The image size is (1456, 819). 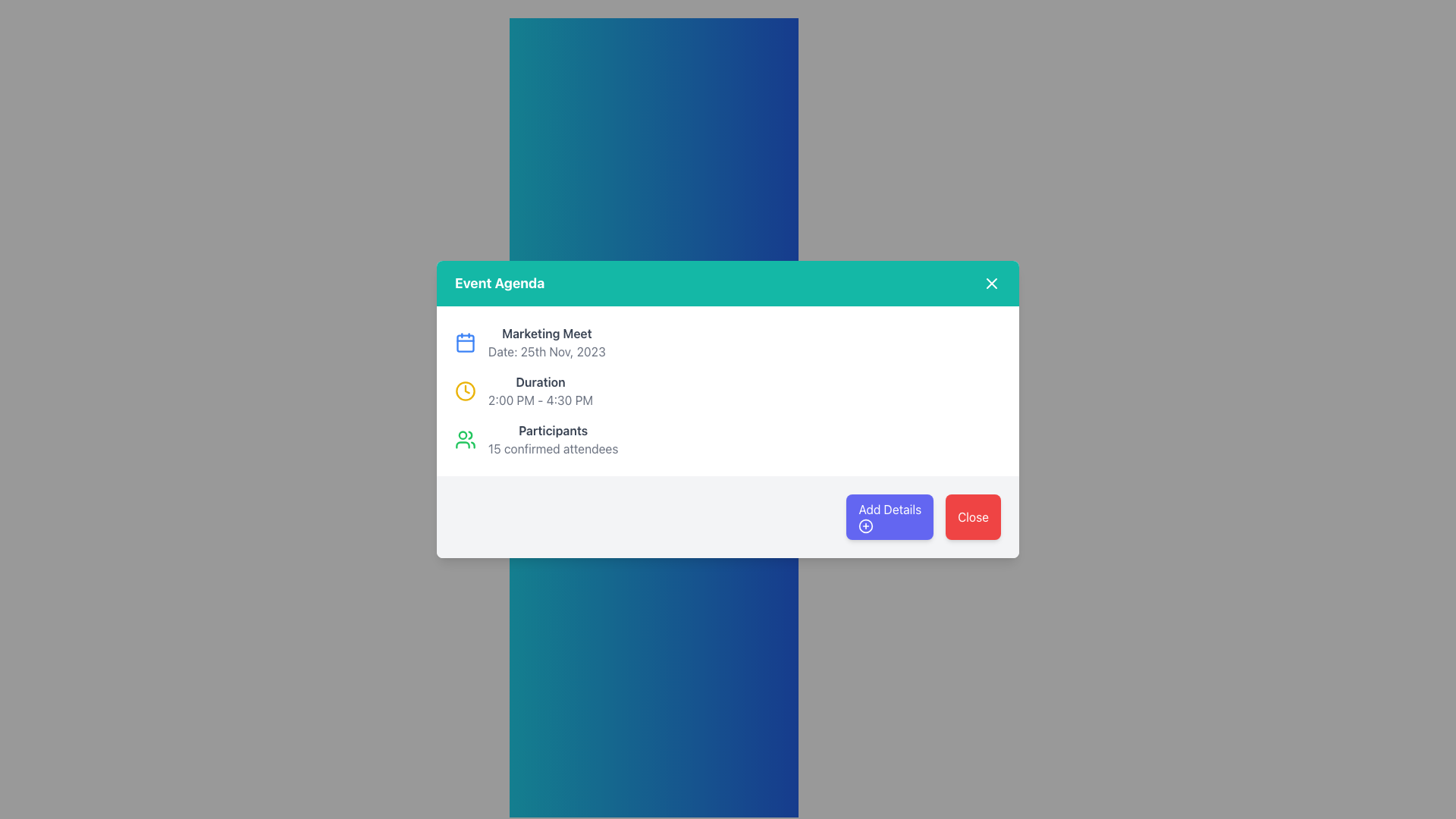 What do you see at coordinates (552, 447) in the screenshot?
I see `the static text element that provides a breakdown of the confirmed attendees for the event, located underneath the 'Participants' text in the modal interface` at bounding box center [552, 447].